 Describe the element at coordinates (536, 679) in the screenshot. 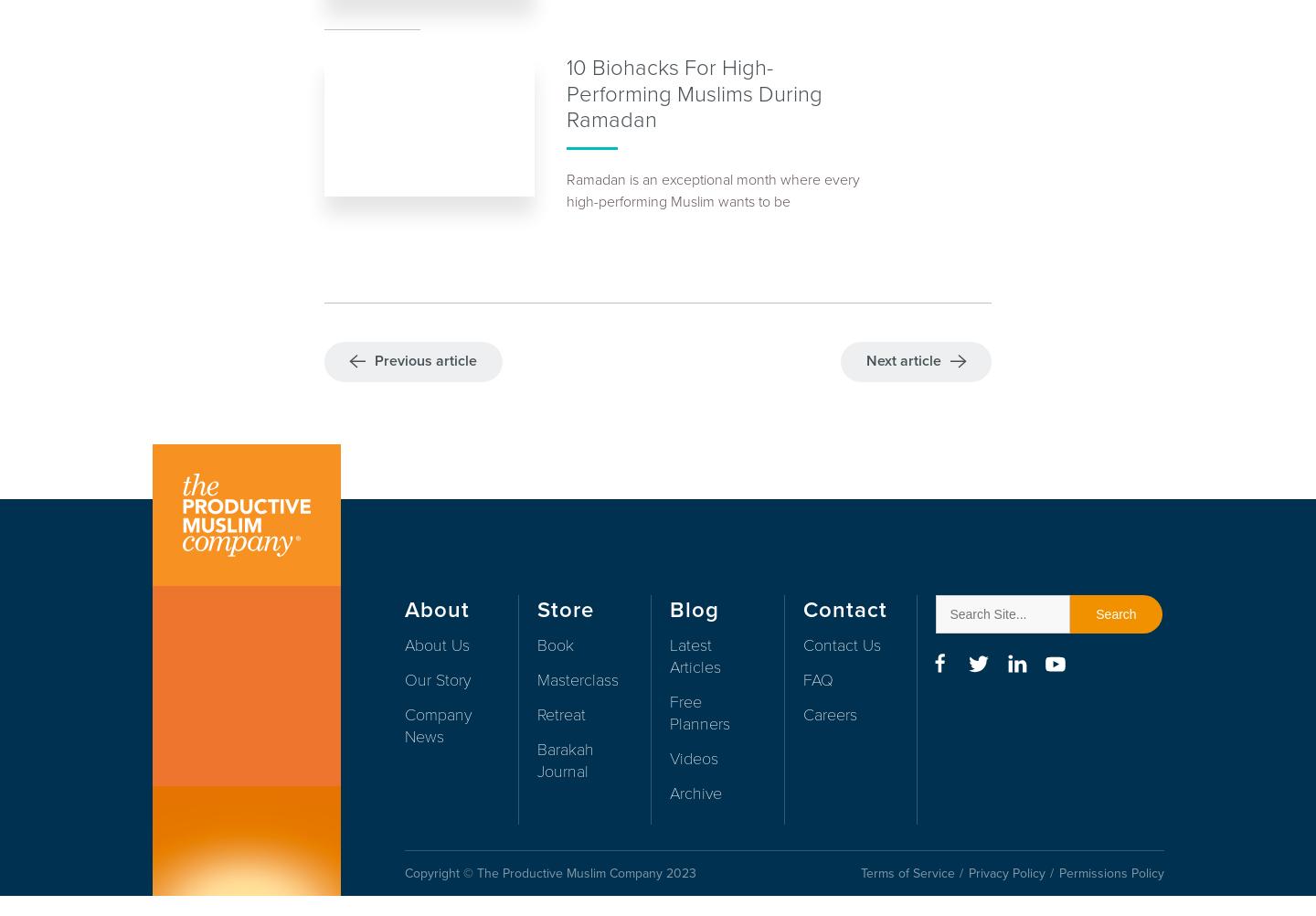

I see `'Masterclass'` at that location.